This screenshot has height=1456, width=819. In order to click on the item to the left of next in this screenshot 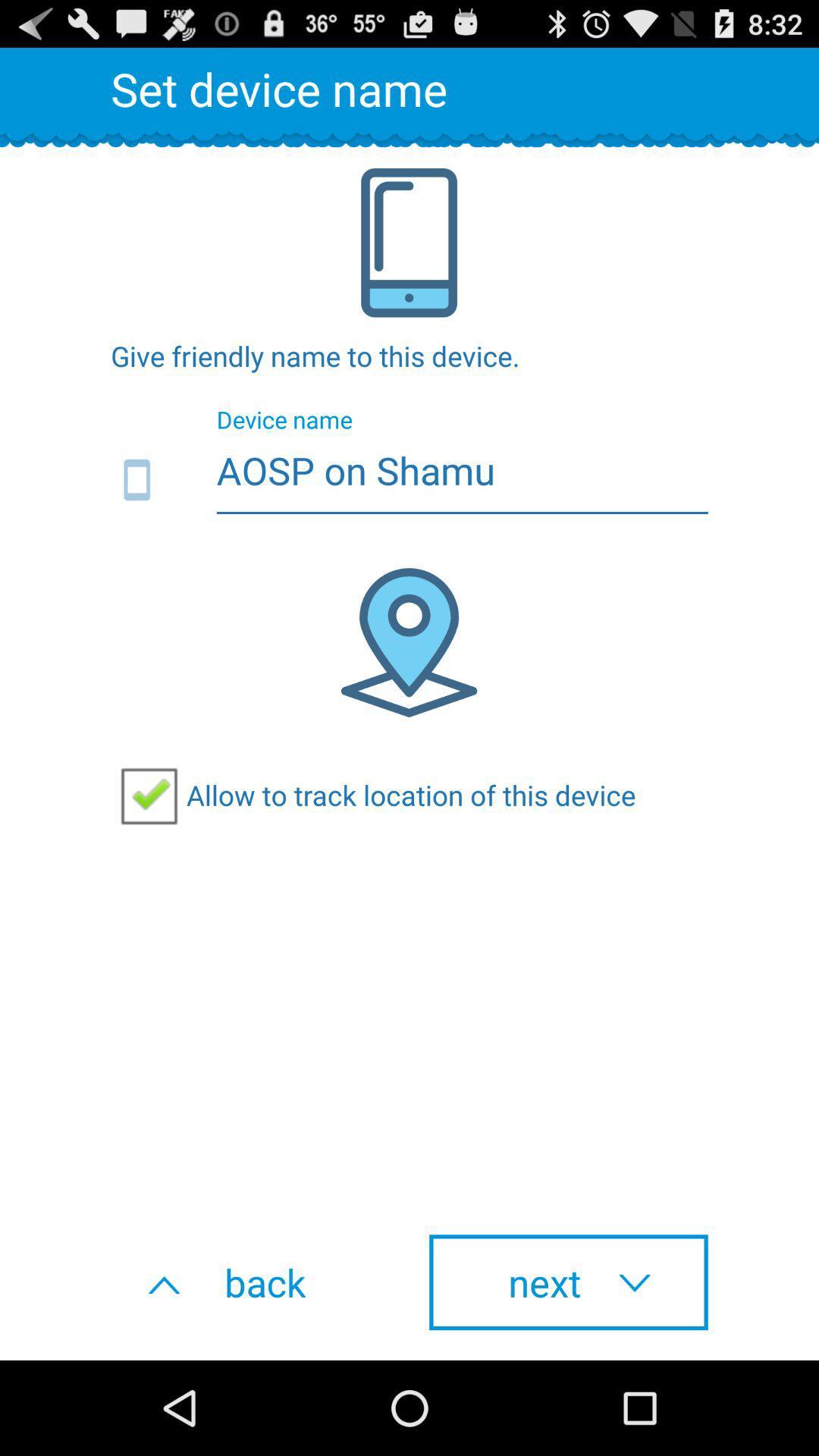, I will do `click(249, 1282)`.